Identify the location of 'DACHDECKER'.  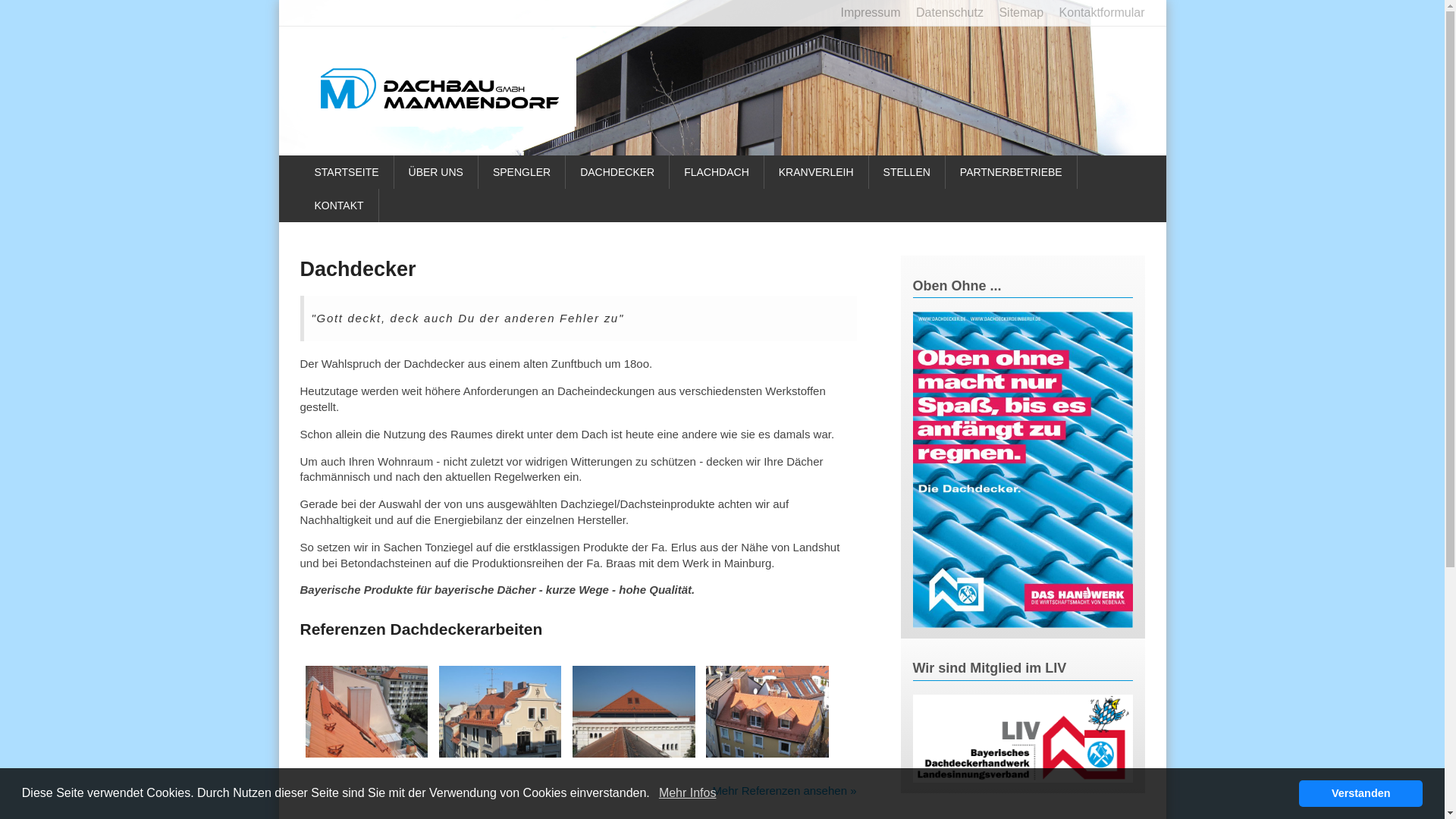
(617, 171).